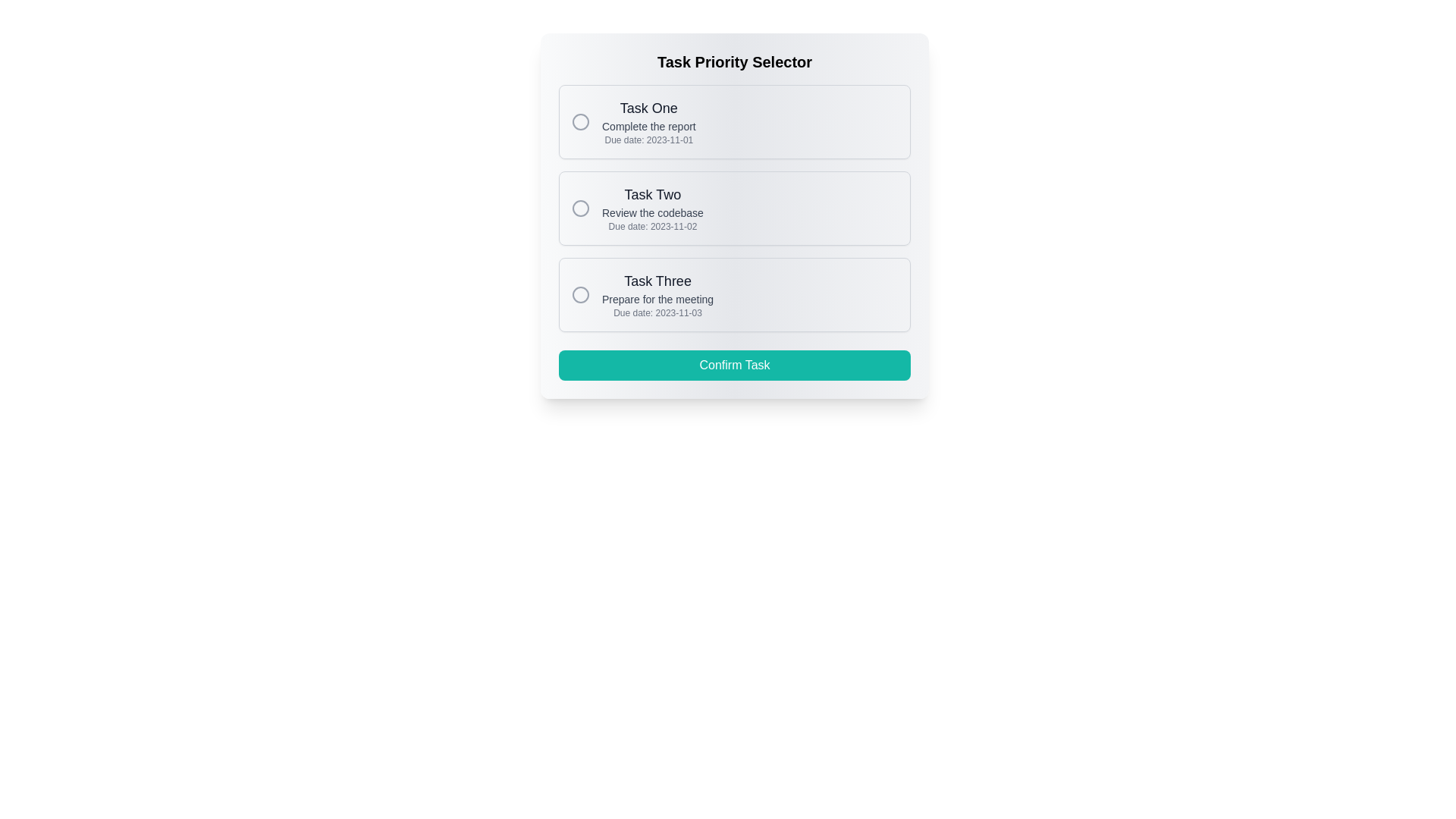  Describe the element at coordinates (735, 366) in the screenshot. I see `the 'Confirm Task' button with a teal background and white text to confirm the selected task` at that location.